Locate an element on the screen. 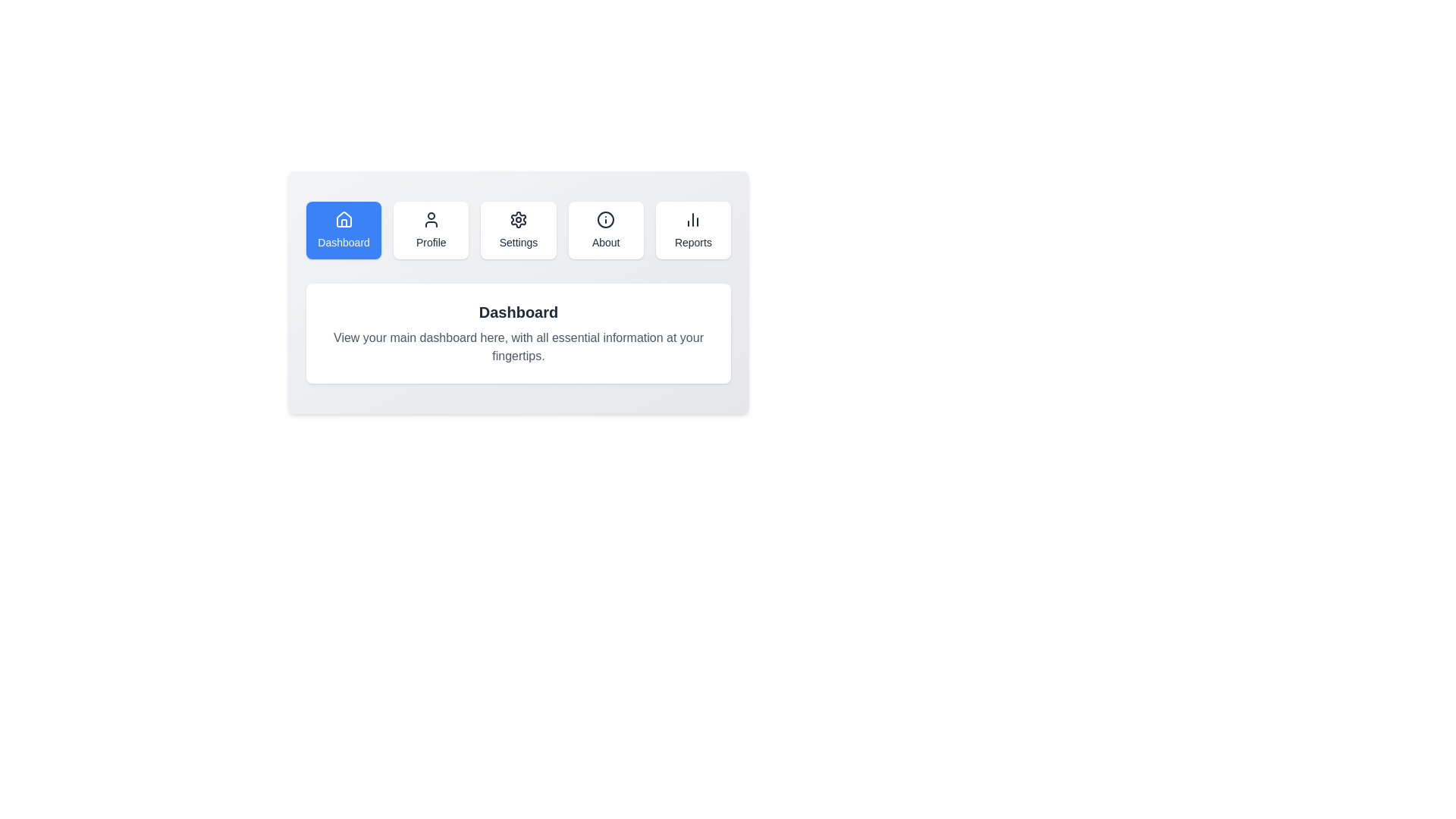 The image size is (1456, 819). the icon of the Settings tab to examine its visual details is located at coordinates (518, 219).